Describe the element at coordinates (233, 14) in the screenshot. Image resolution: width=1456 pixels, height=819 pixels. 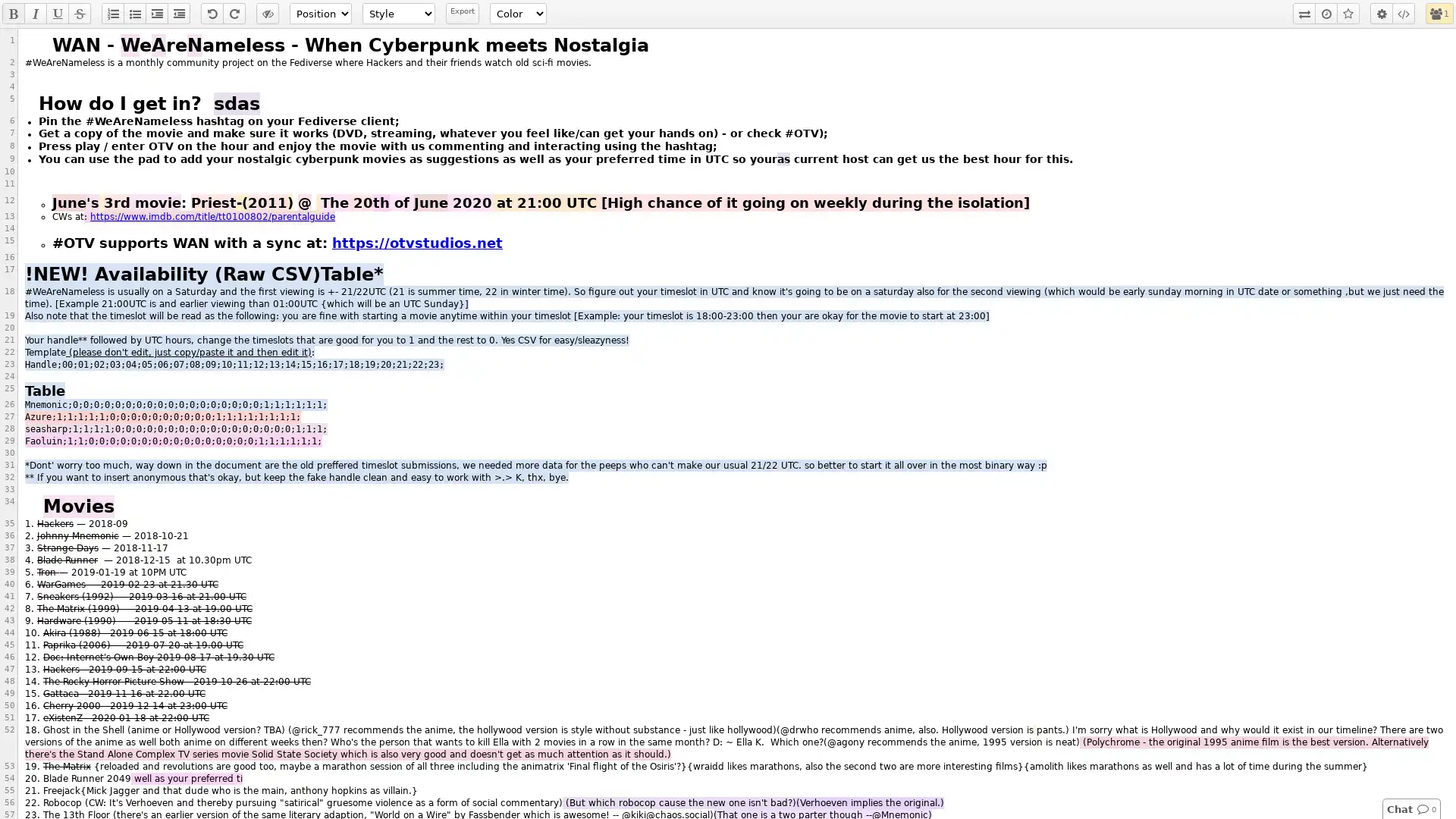
I see `Redo (Ctrl+Y)` at that location.